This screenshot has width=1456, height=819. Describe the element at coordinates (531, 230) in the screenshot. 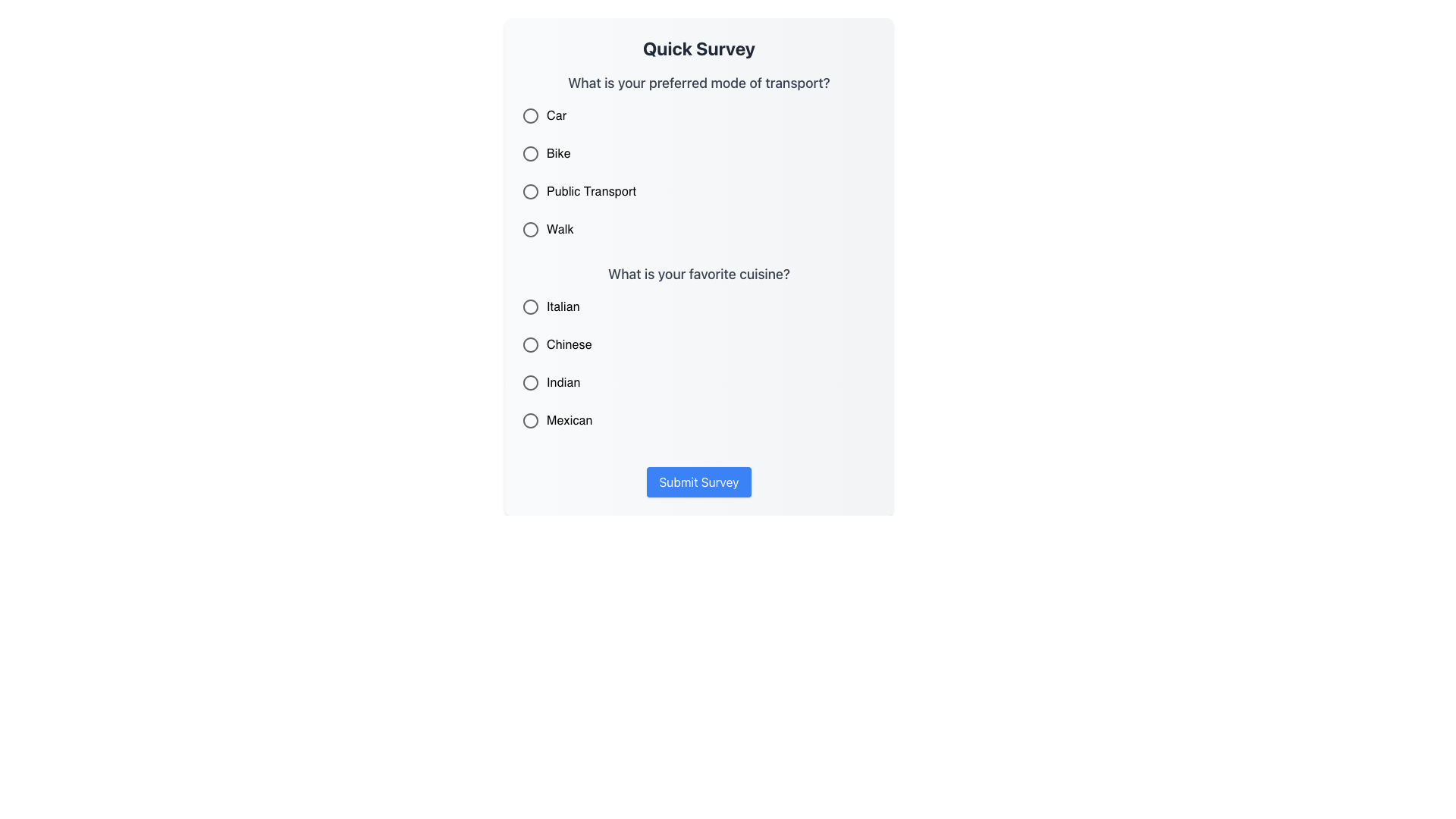

I see `the 'Walk' radio button in the survey` at that location.